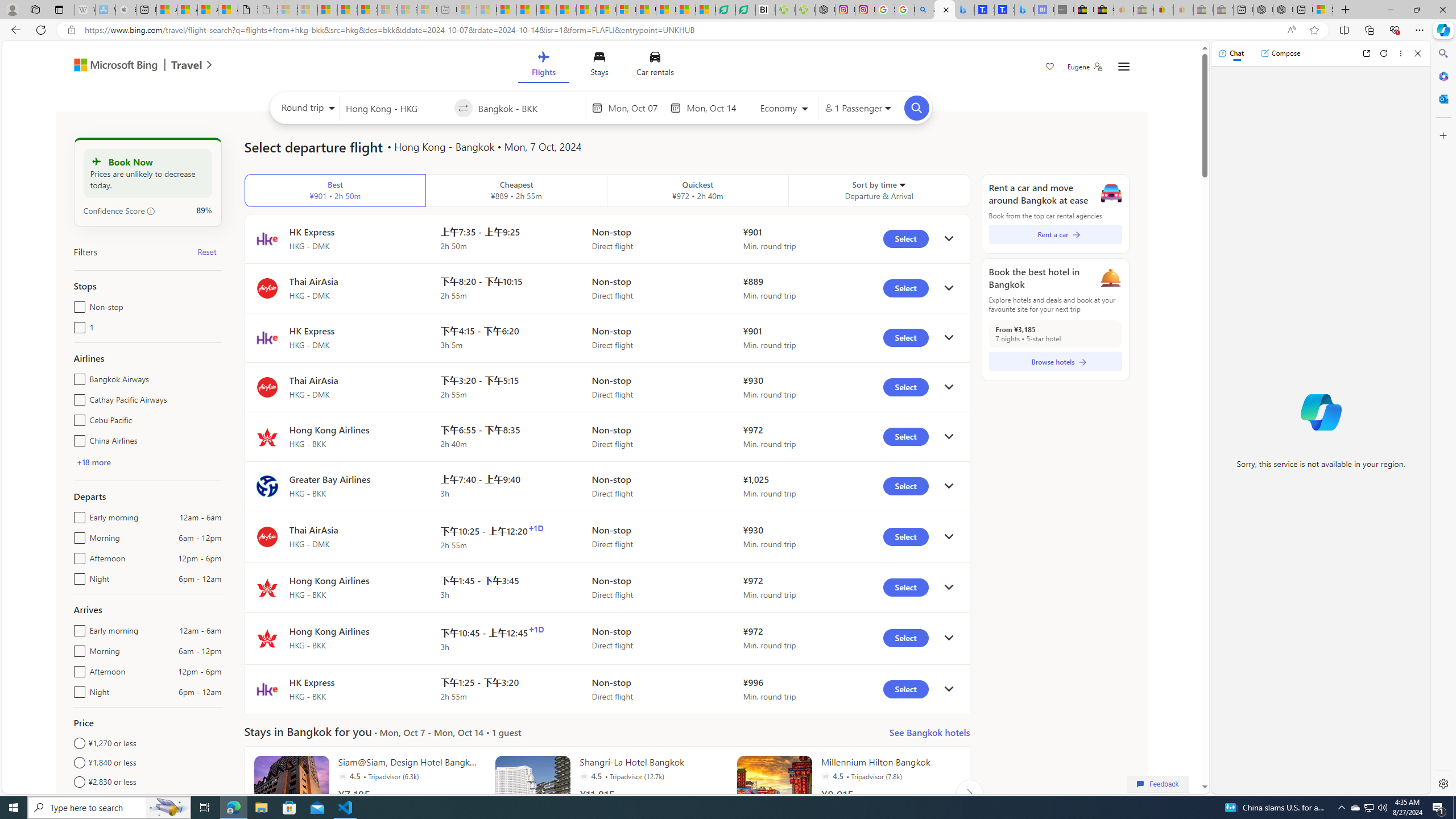  What do you see at coordinates (427, 9) in the screenshot?
I see `'Microsoft account | Account Checkup - Sleeping'` at bounding box center [427, 9].